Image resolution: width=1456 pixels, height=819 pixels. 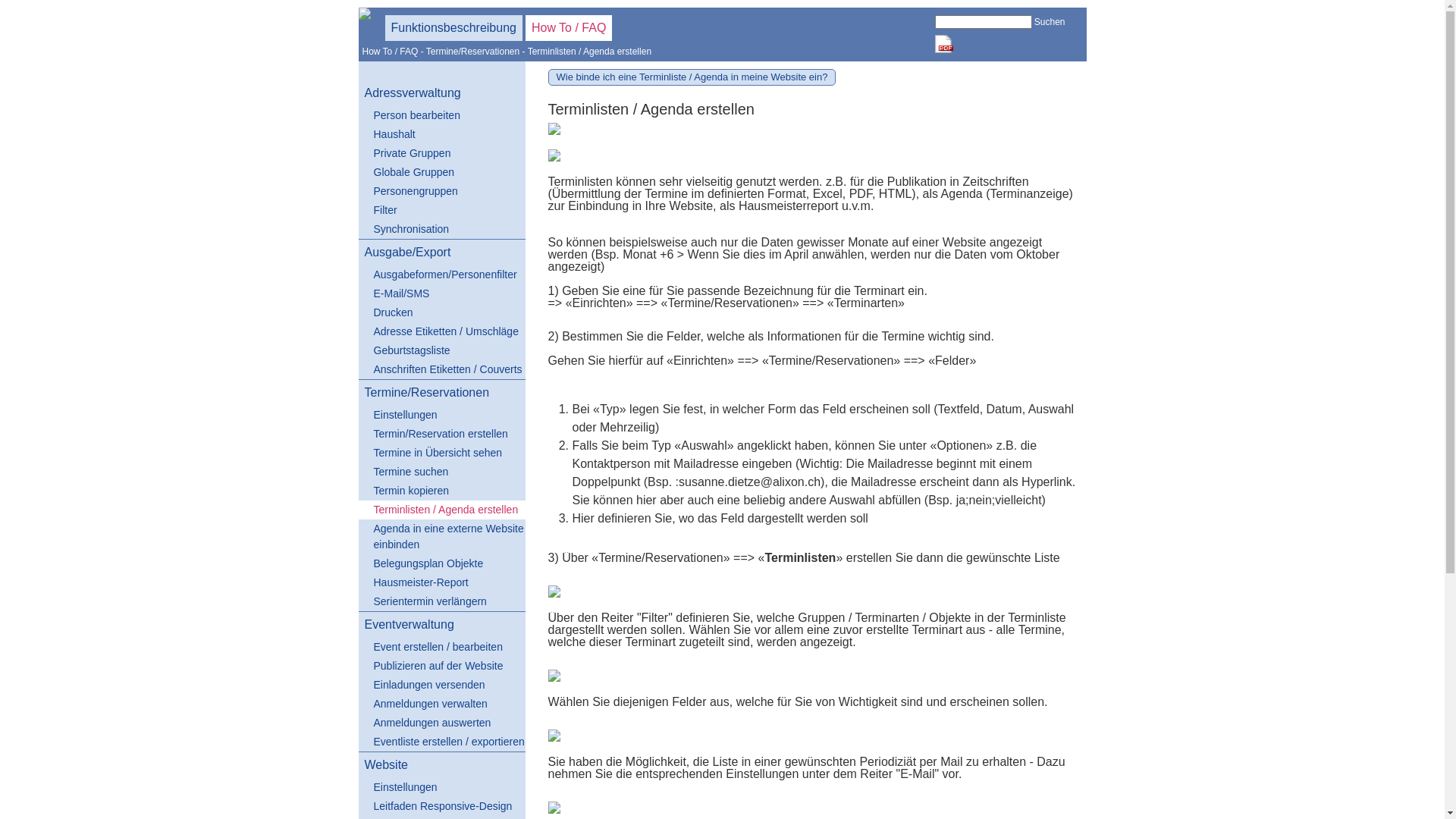 What do you see at coordinates (440, 647) in the screenshot?
I see `'Event erstellen / bearbeiten'` at bounding box center [440, 647].